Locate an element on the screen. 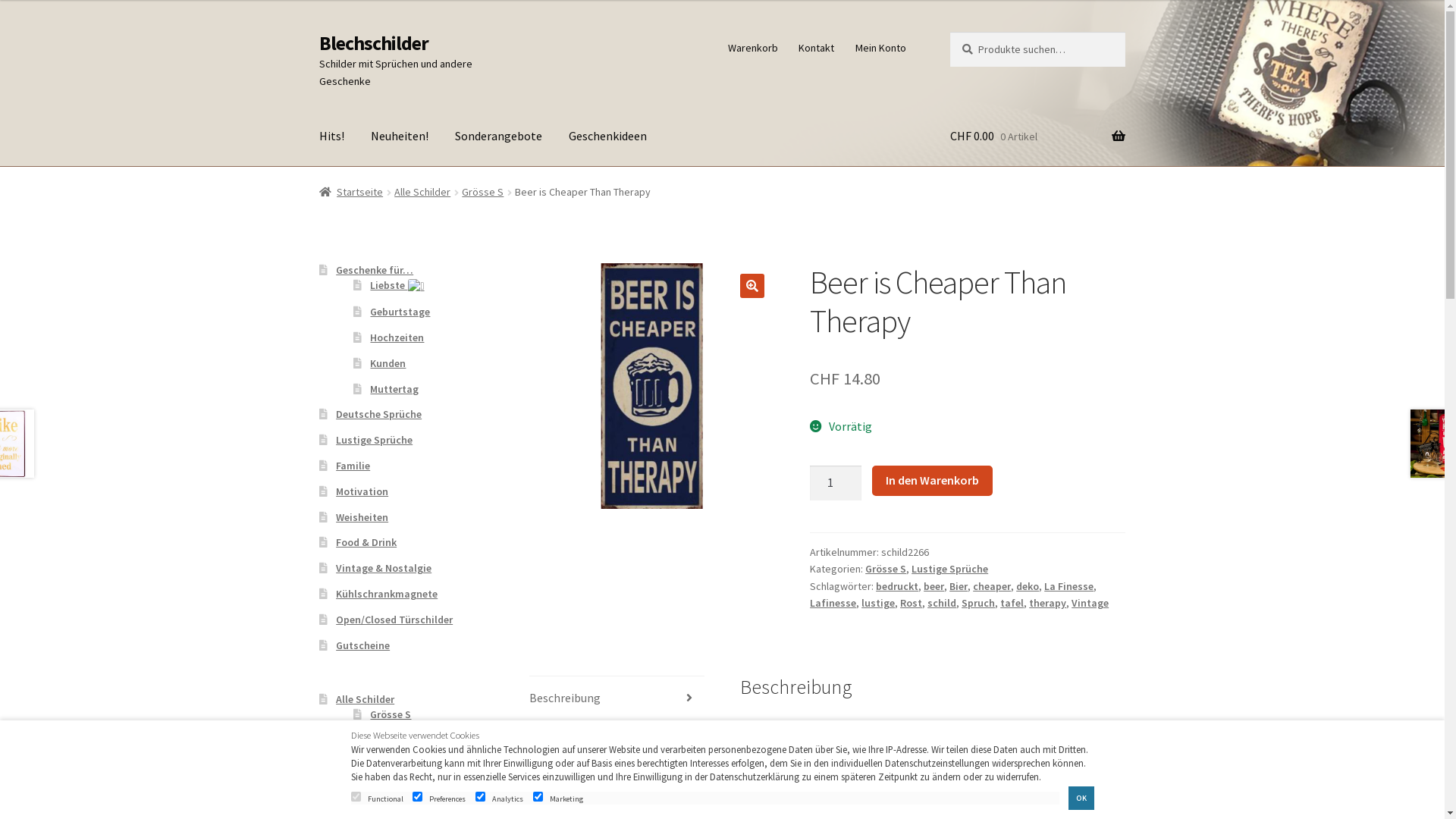 The image size is (1456, 819). 'Familie' is located at coordinates (352, 464).